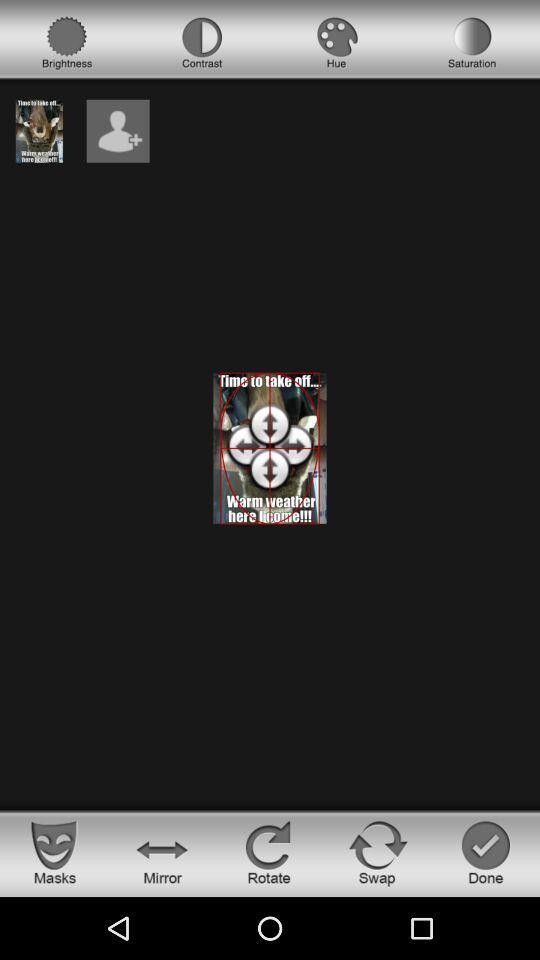  I want to click on hue, so click(337, 42).